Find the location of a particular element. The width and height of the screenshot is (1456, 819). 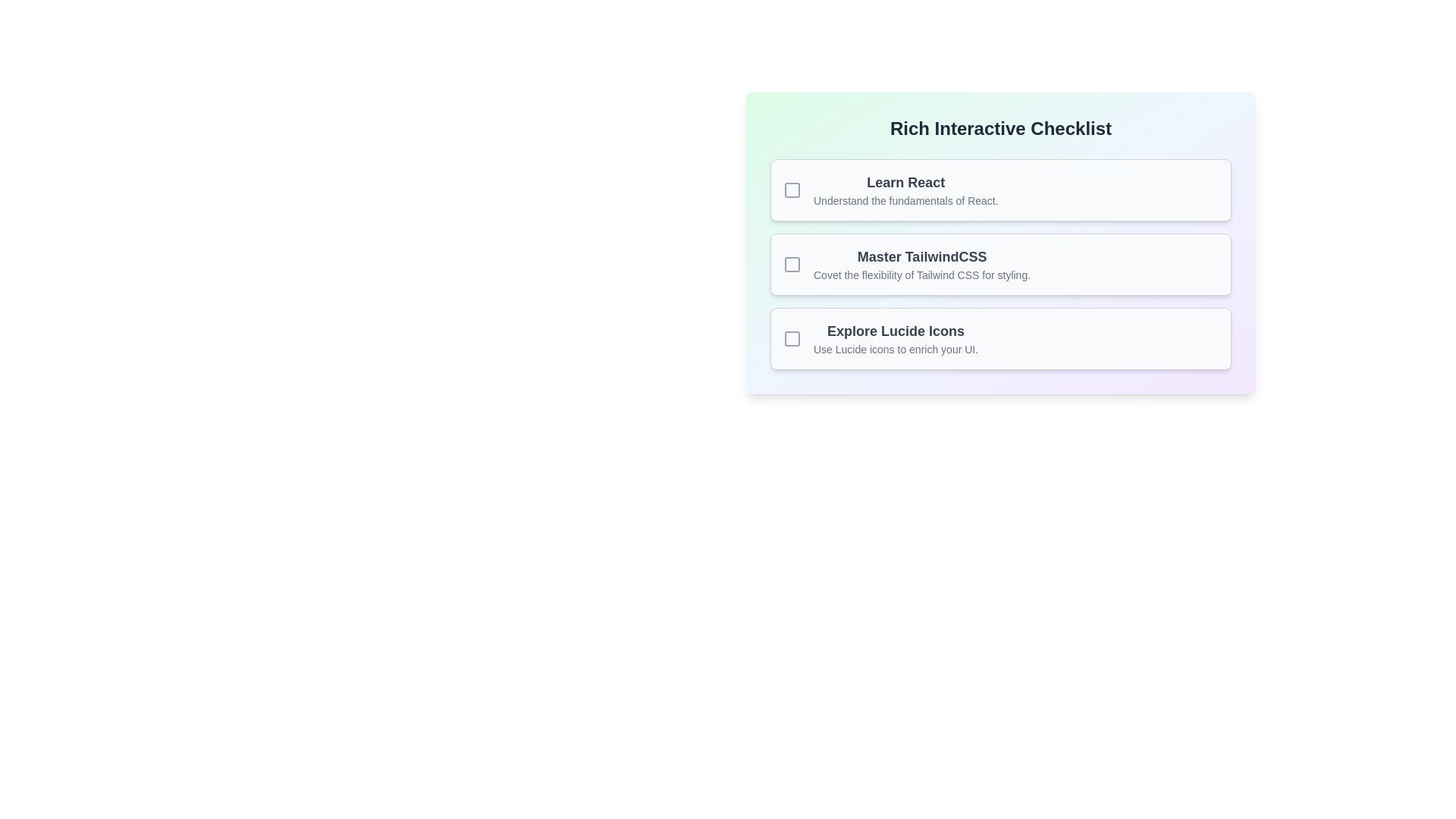

the informational Text element titled 'Master TailwindCSS' which provides details about Tailwind CSS, positioned in the center of the checklist is located at coordinates (921, 263).